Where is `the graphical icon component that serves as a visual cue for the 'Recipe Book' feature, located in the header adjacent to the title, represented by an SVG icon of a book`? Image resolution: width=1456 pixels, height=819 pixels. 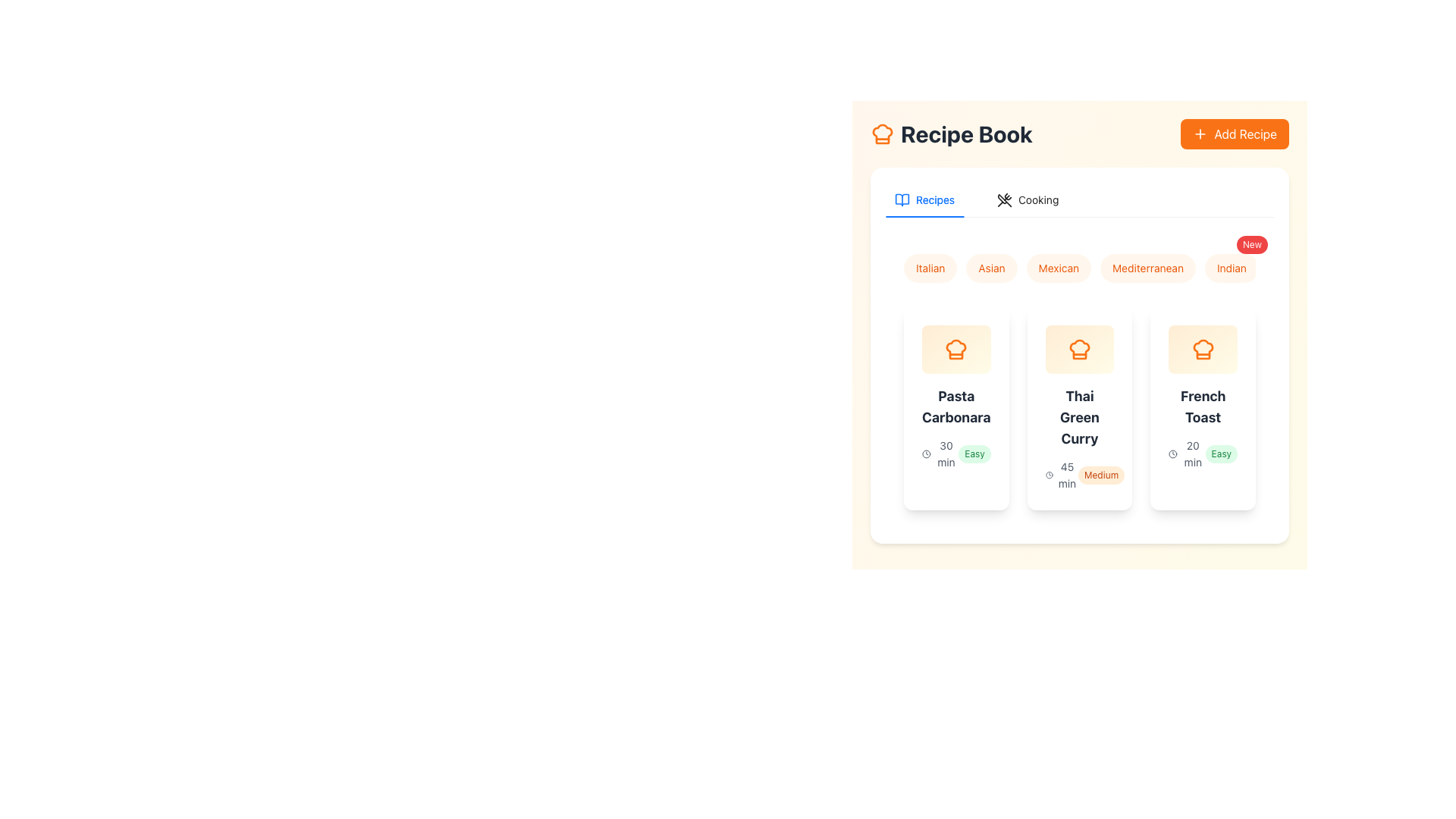 the graphical icon component that serves as a visual cue for the 'Recipe Book' feature, located in the header adjacent to the title, represented by an SVG icon of a book is located at coordinates (902, 199).